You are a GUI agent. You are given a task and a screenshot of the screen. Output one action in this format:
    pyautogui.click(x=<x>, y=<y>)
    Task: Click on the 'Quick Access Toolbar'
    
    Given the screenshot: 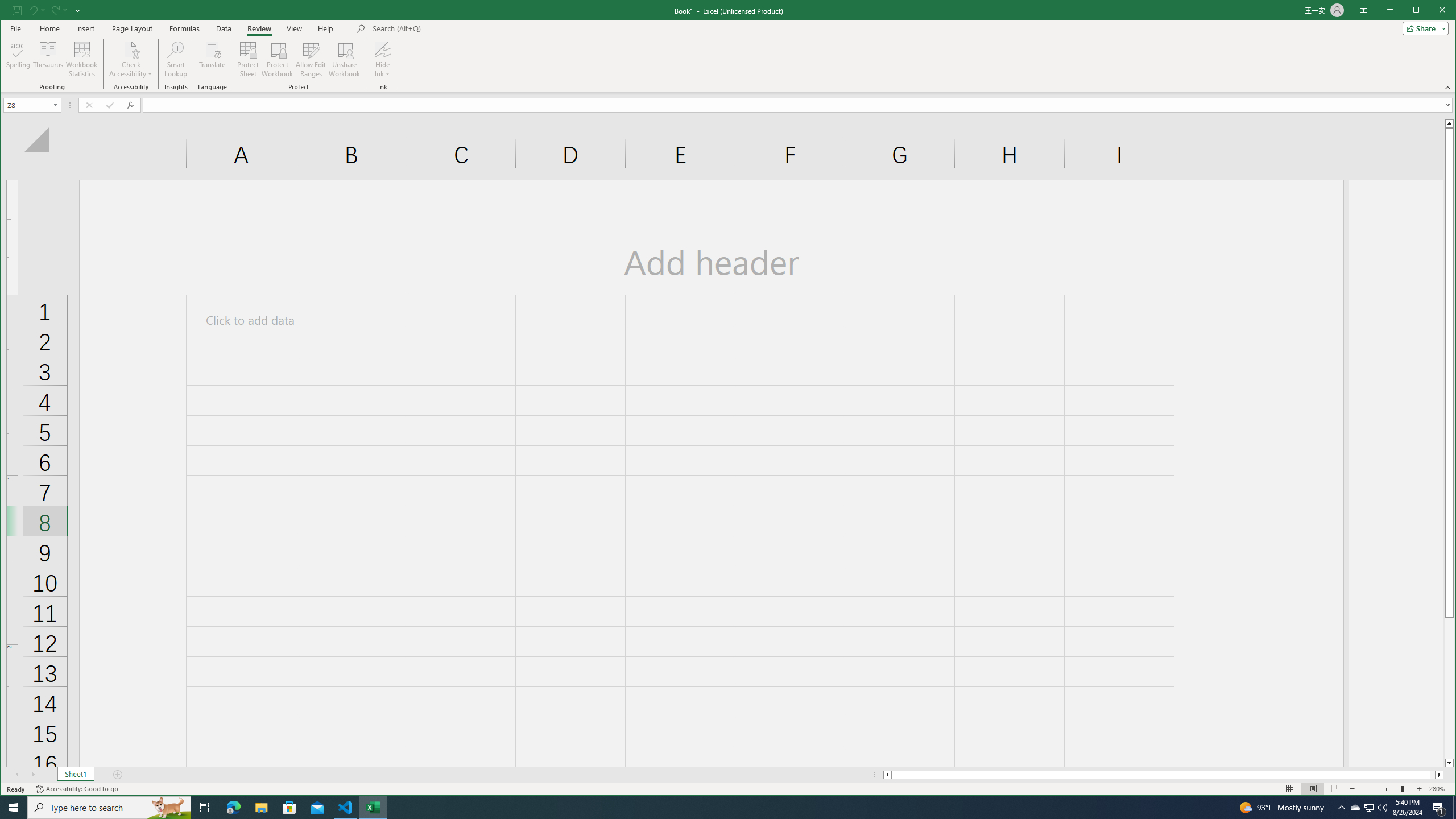 What is the action you would take?
    pyautogui.click(x=47, y=10)
    